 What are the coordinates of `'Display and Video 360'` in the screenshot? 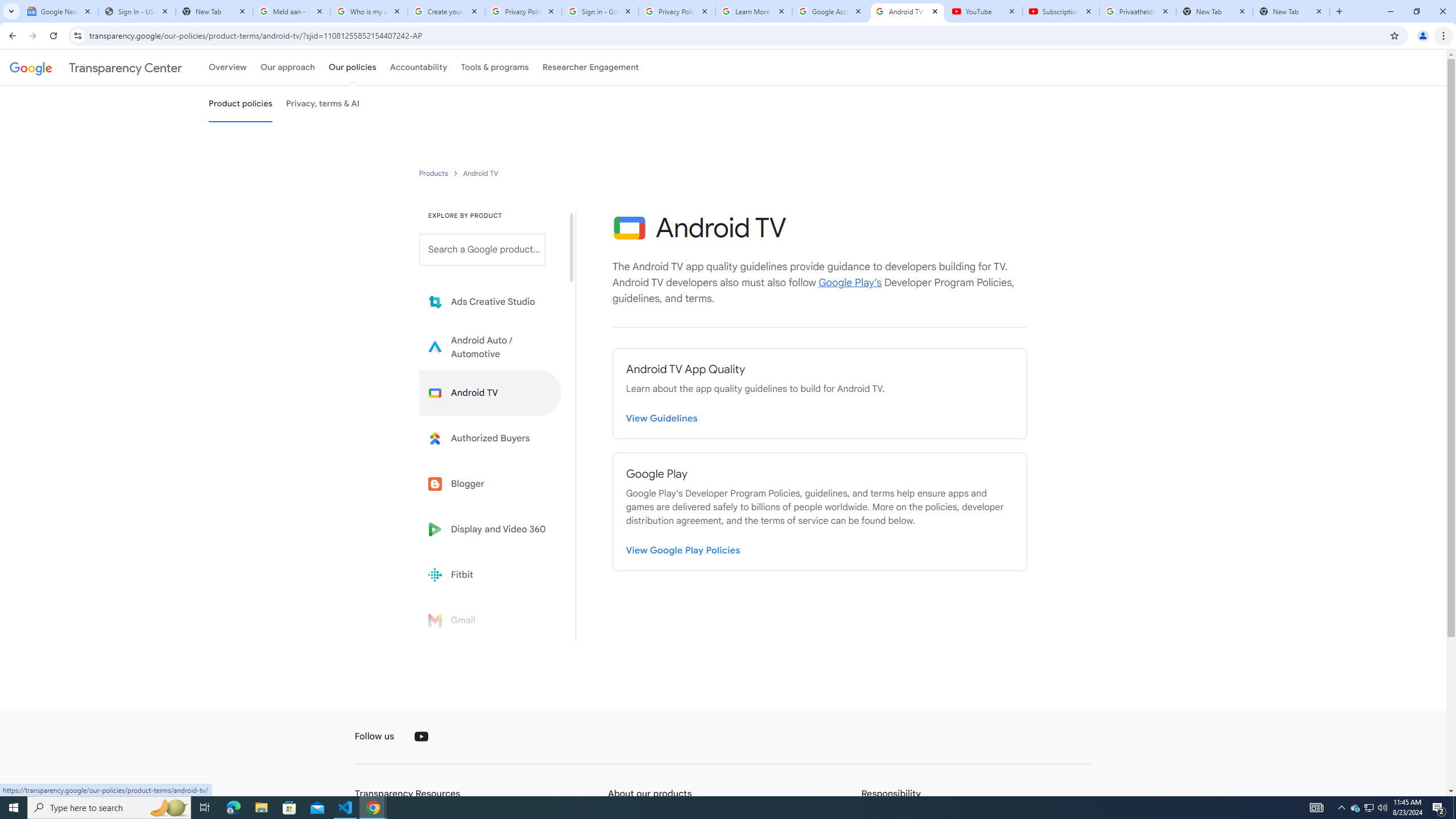 It's located at (490, 529).